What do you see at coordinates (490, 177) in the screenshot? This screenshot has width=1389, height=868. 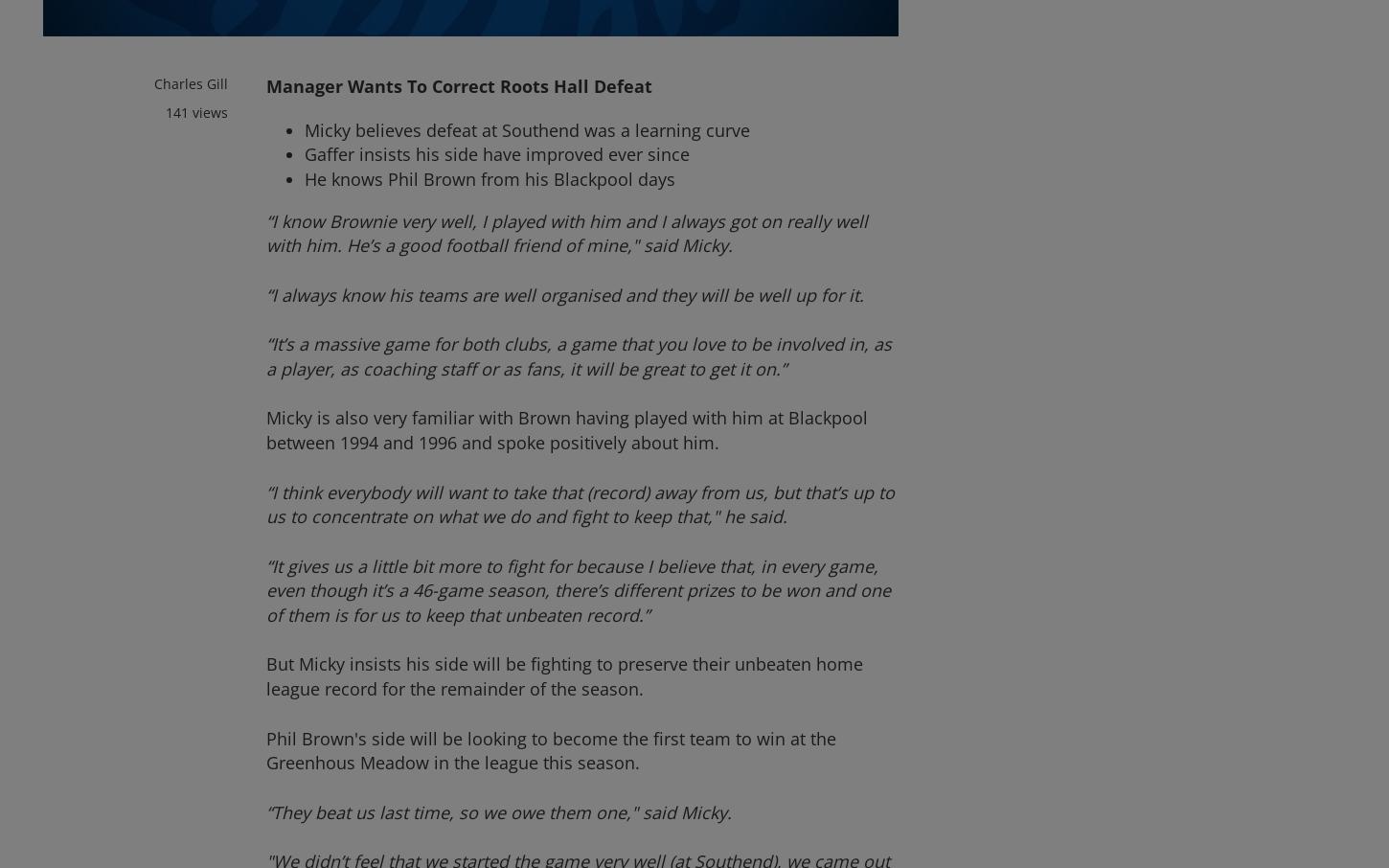 I see `'He knows Phil Brown from his Blackpool days'` at bounding box center [490, 177].